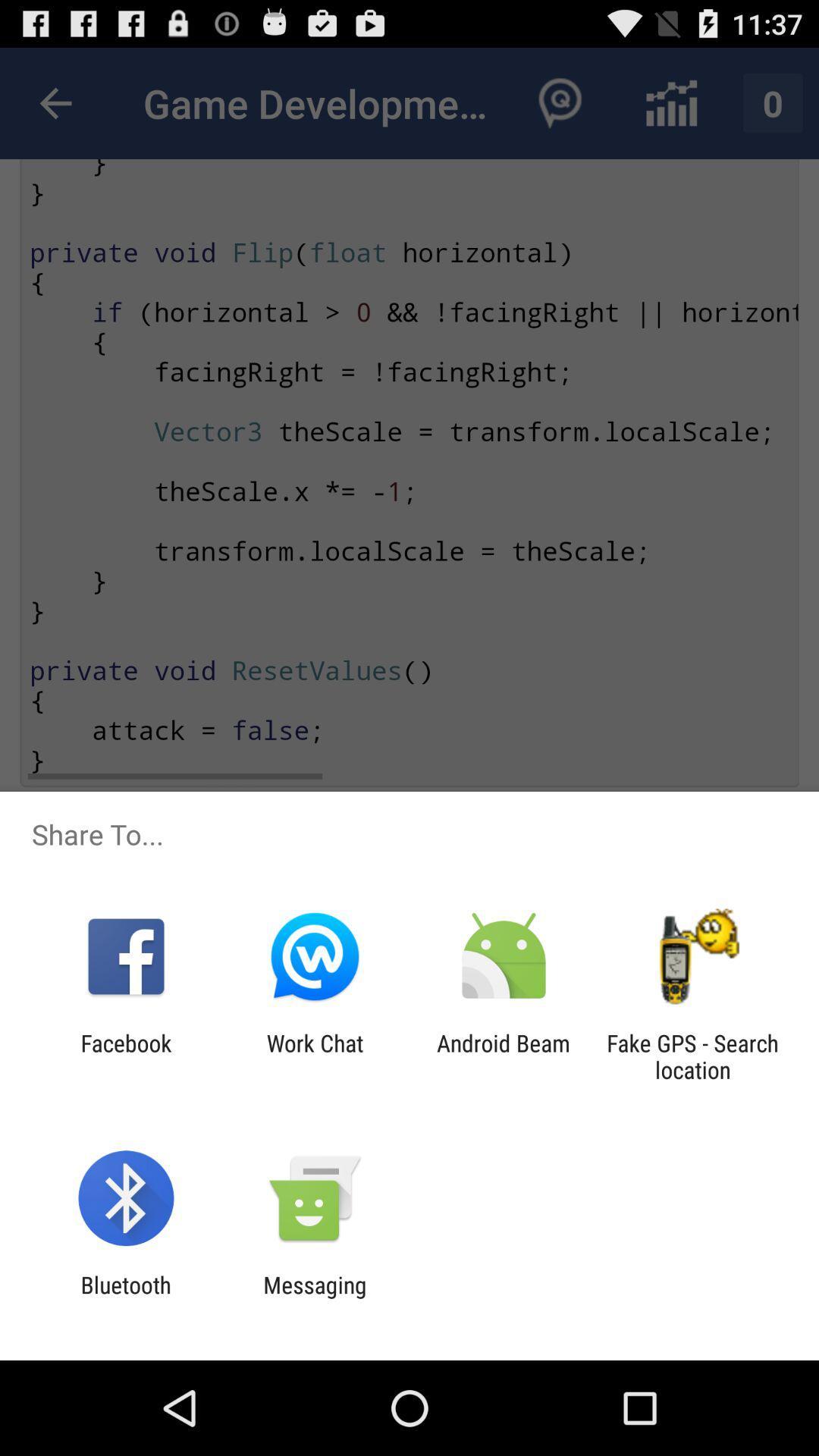 This screenshot has height=1456, width=819. What do you see at coordinates (314, 1298) in the screenshot?
I see `the app next to bluetooth app` at bounding box center [314, 1298].